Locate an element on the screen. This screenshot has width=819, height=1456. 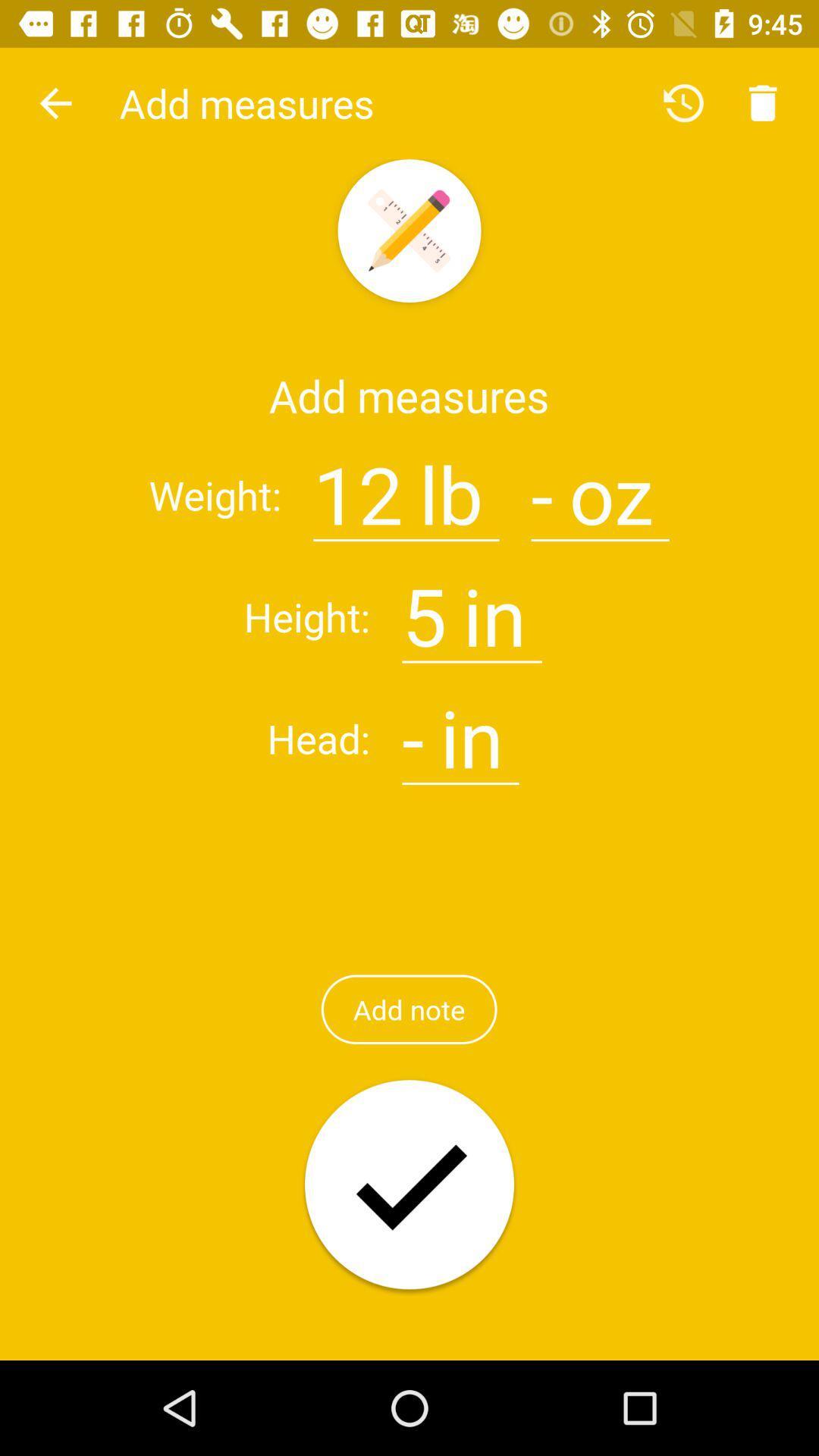
item to the right of : item is located at coordinates (358, 485).